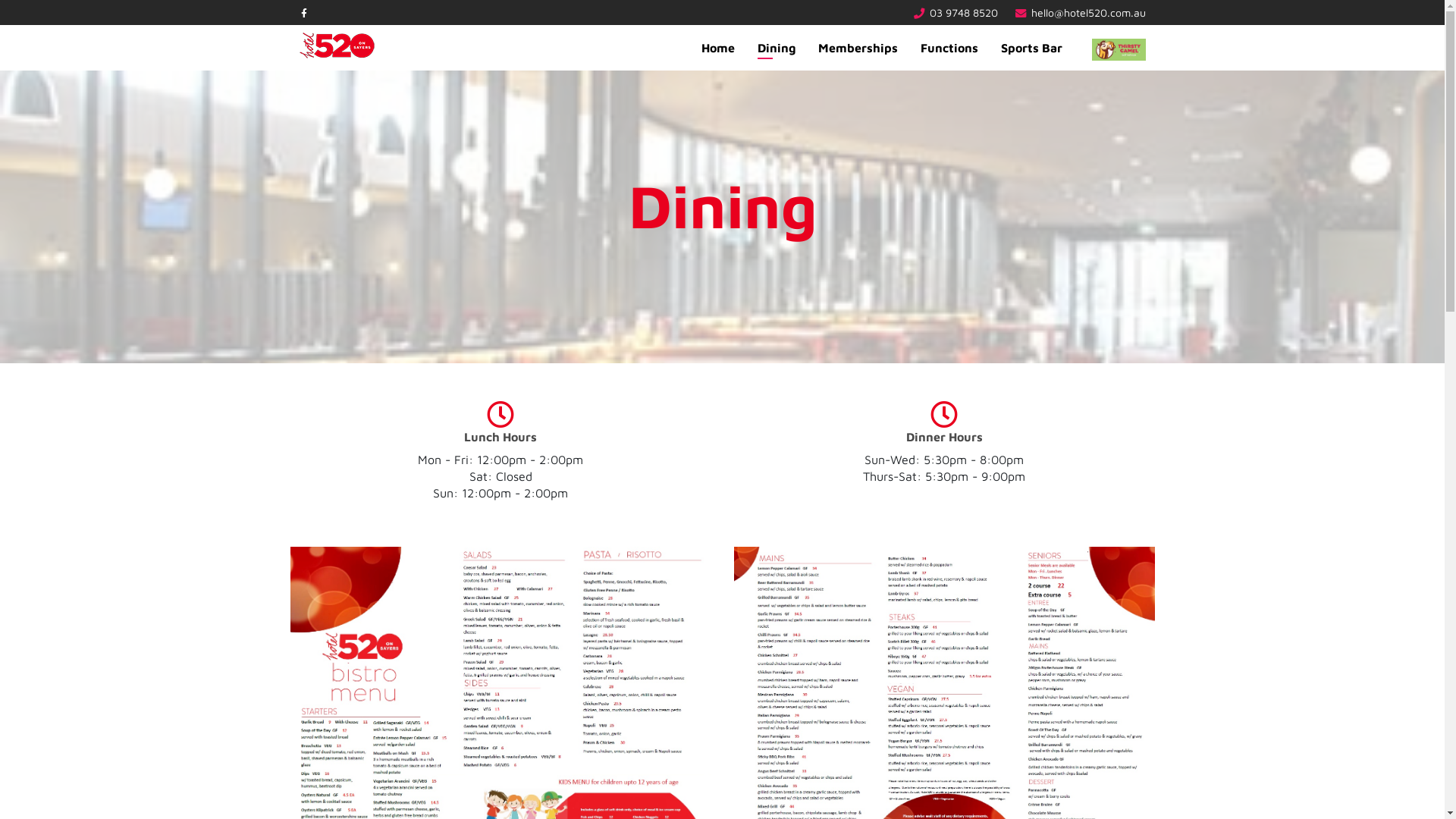 The height and width of the screenshot is (819, 1456). I want to click on 'hello@hotel520.com.au', so click(1087, 12).